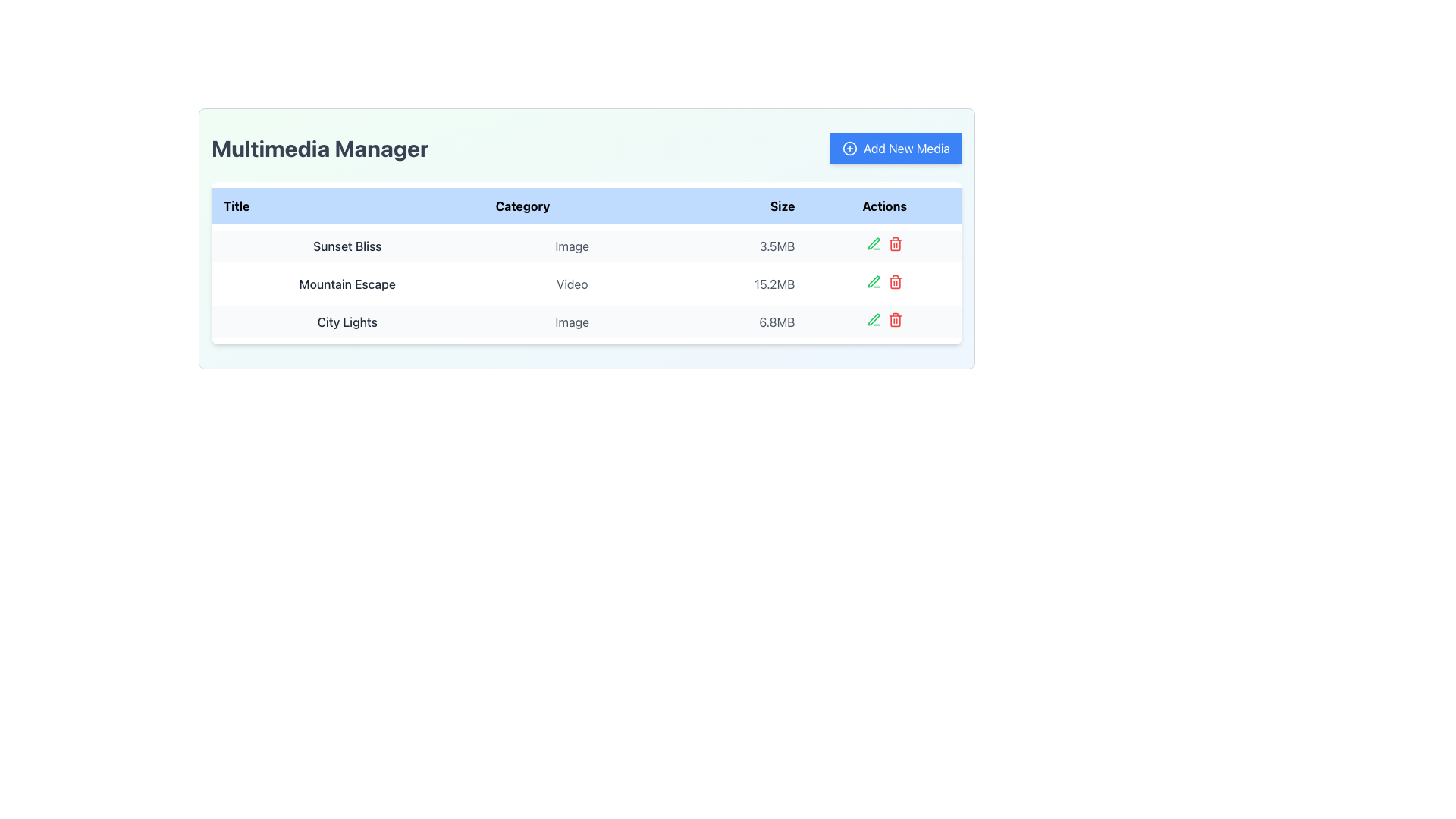 This screenshot has width=1456, height=819. I want to click on the non-interactive label in the 'Category' column of the table on the 'City Lights' row to indicate the category of the corresponding media item, so click(571, 321).